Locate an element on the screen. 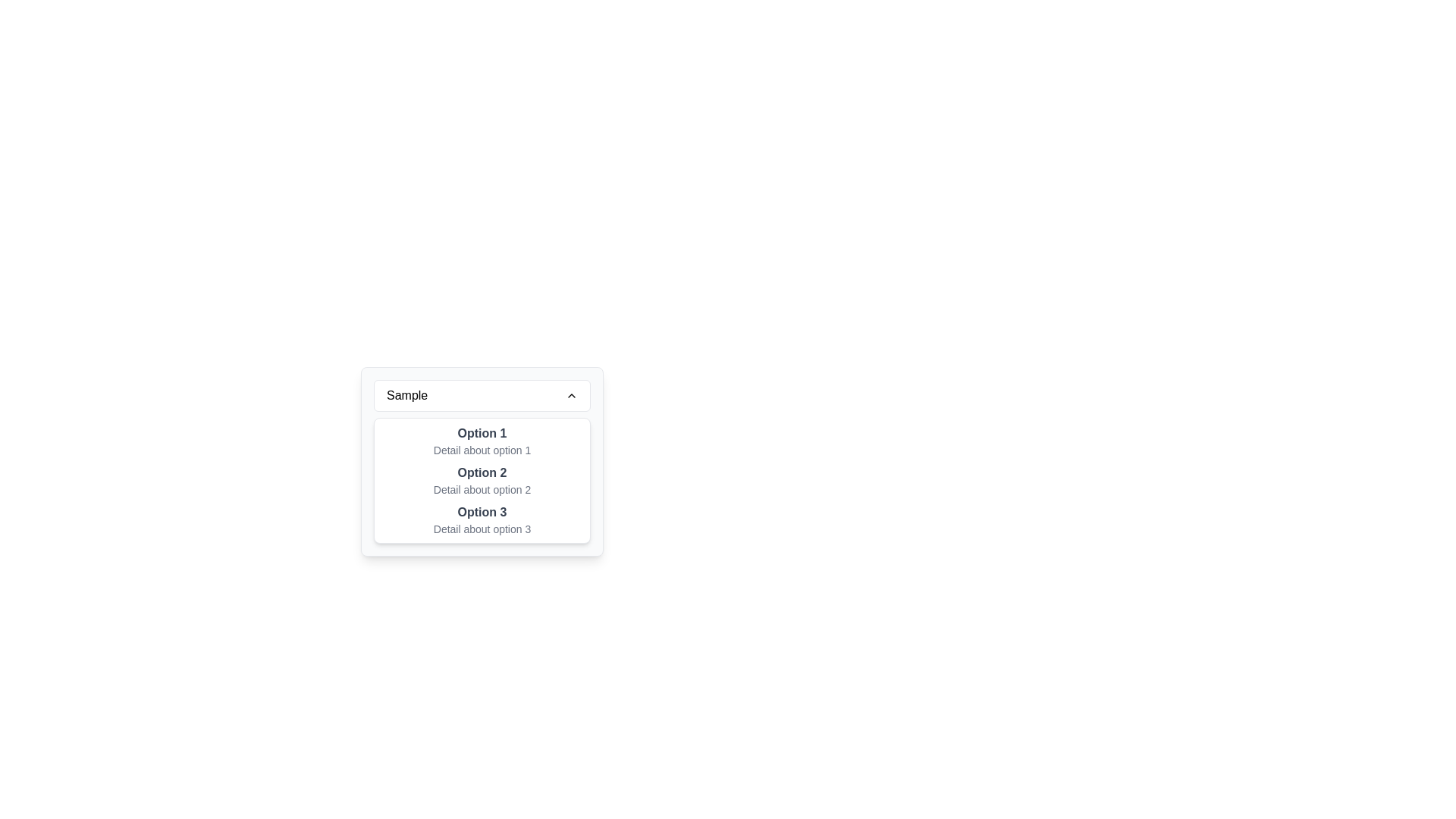  the second option in the dropdown menu, which is located directly below 'Option 1' and above 'Option 3' is located at coordinates (481, 467).